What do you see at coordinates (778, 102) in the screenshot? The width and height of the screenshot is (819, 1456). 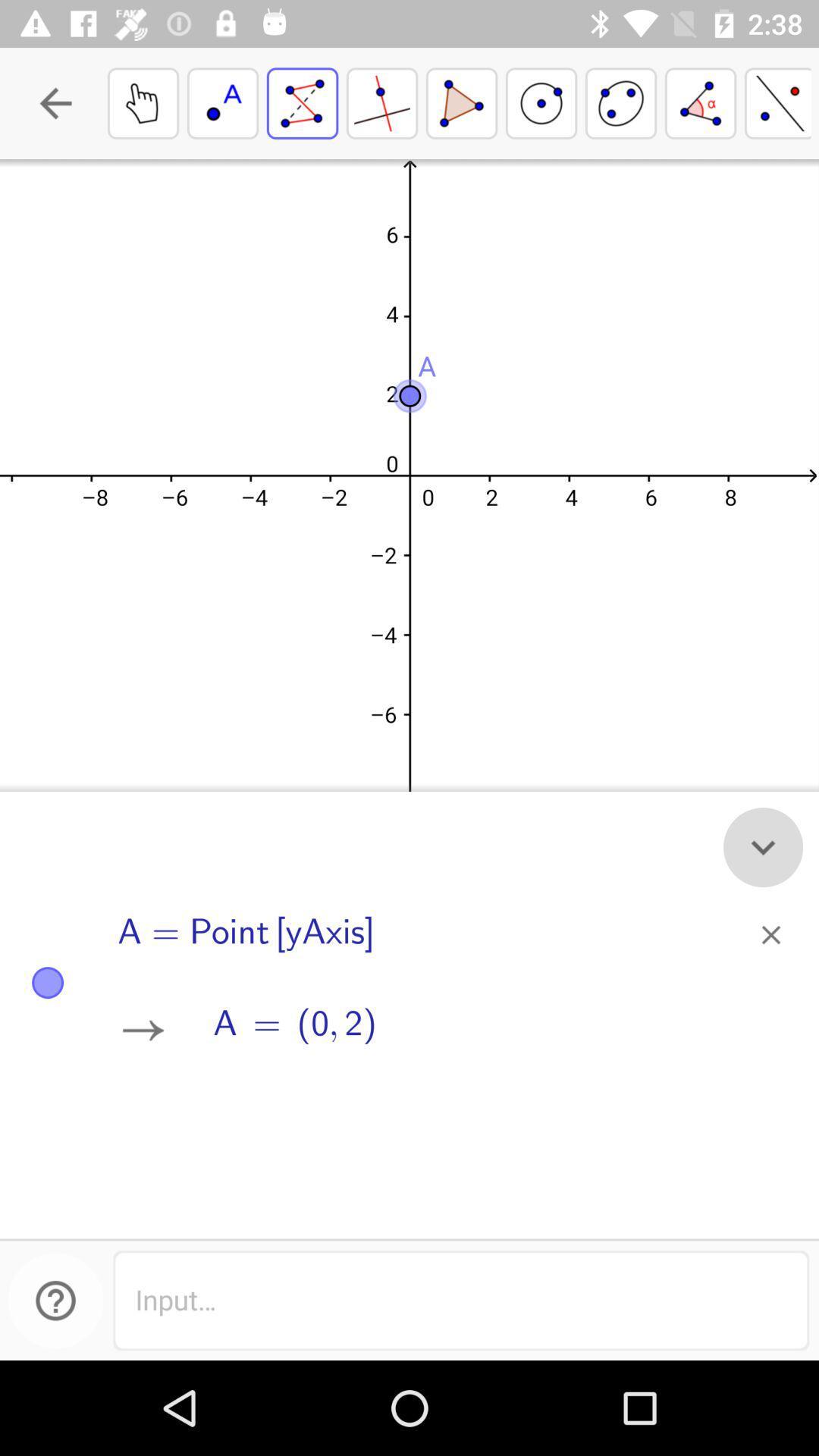 I see `the last button which is at the top of the page` at bounding box center [778, 102].